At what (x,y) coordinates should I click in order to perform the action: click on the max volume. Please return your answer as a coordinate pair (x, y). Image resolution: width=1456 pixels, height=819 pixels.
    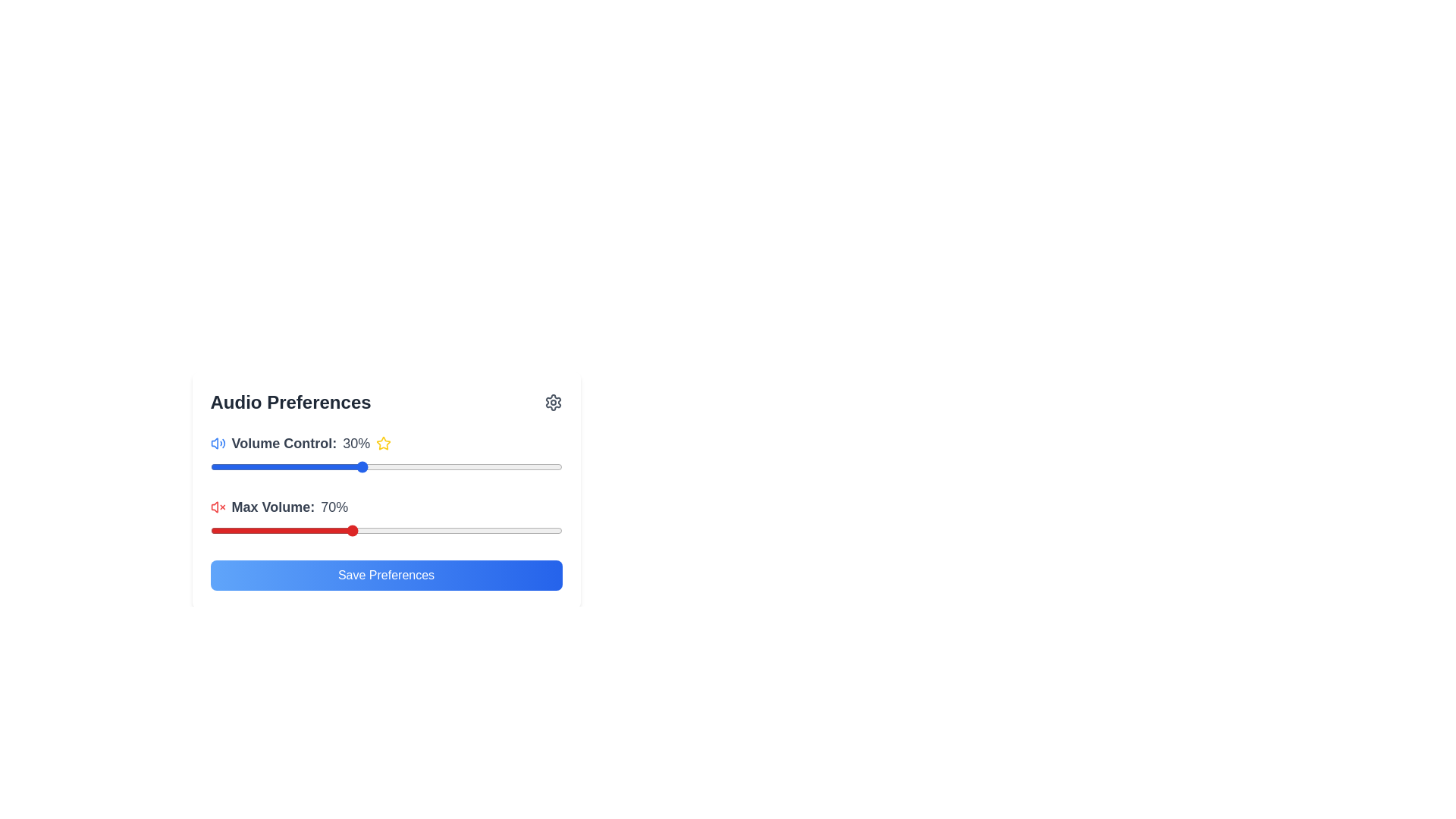
    Looking at the image, I should click on (491, 529).